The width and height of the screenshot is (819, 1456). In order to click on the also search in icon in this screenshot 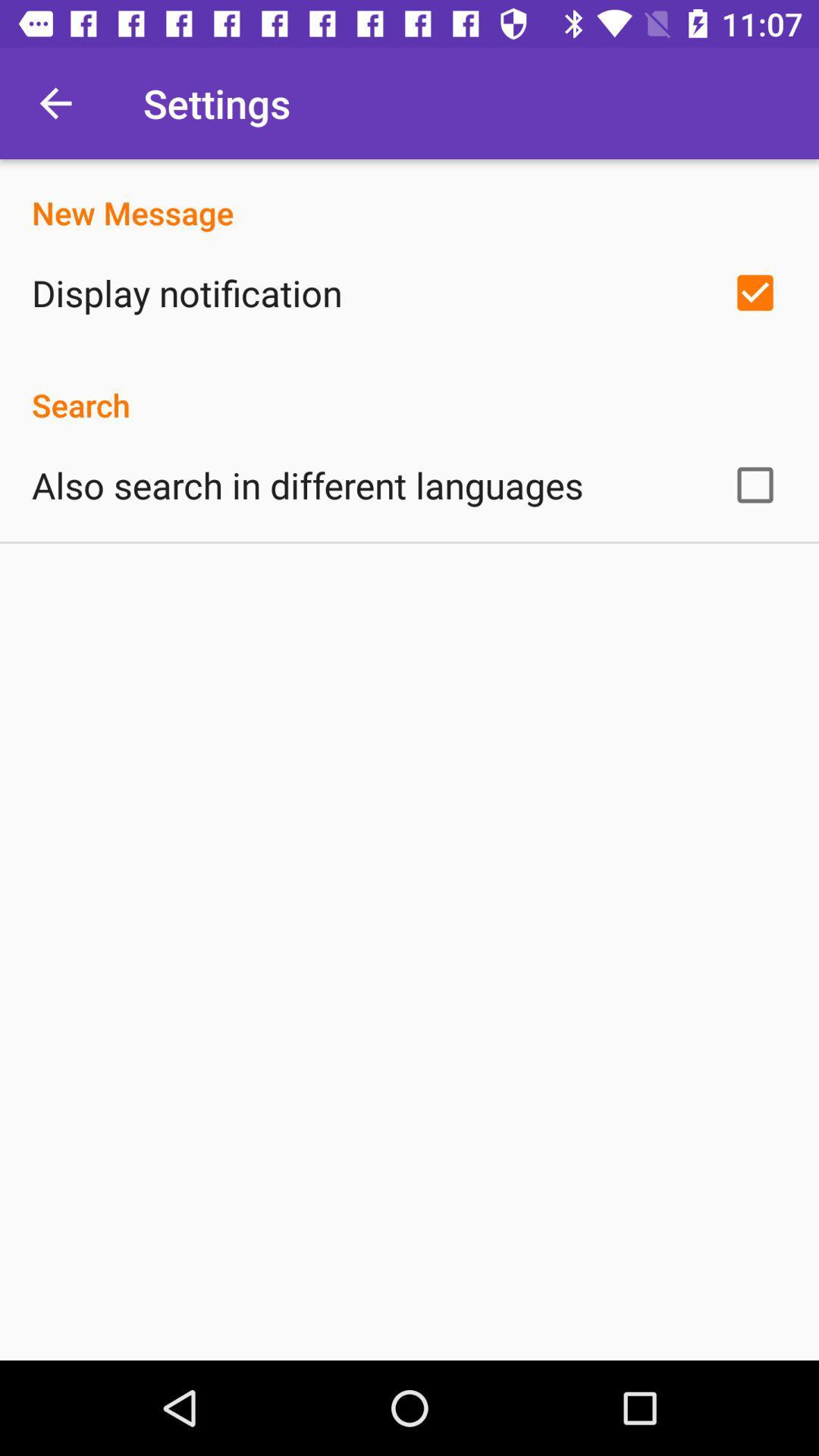, I will do `click(307, 484)`.